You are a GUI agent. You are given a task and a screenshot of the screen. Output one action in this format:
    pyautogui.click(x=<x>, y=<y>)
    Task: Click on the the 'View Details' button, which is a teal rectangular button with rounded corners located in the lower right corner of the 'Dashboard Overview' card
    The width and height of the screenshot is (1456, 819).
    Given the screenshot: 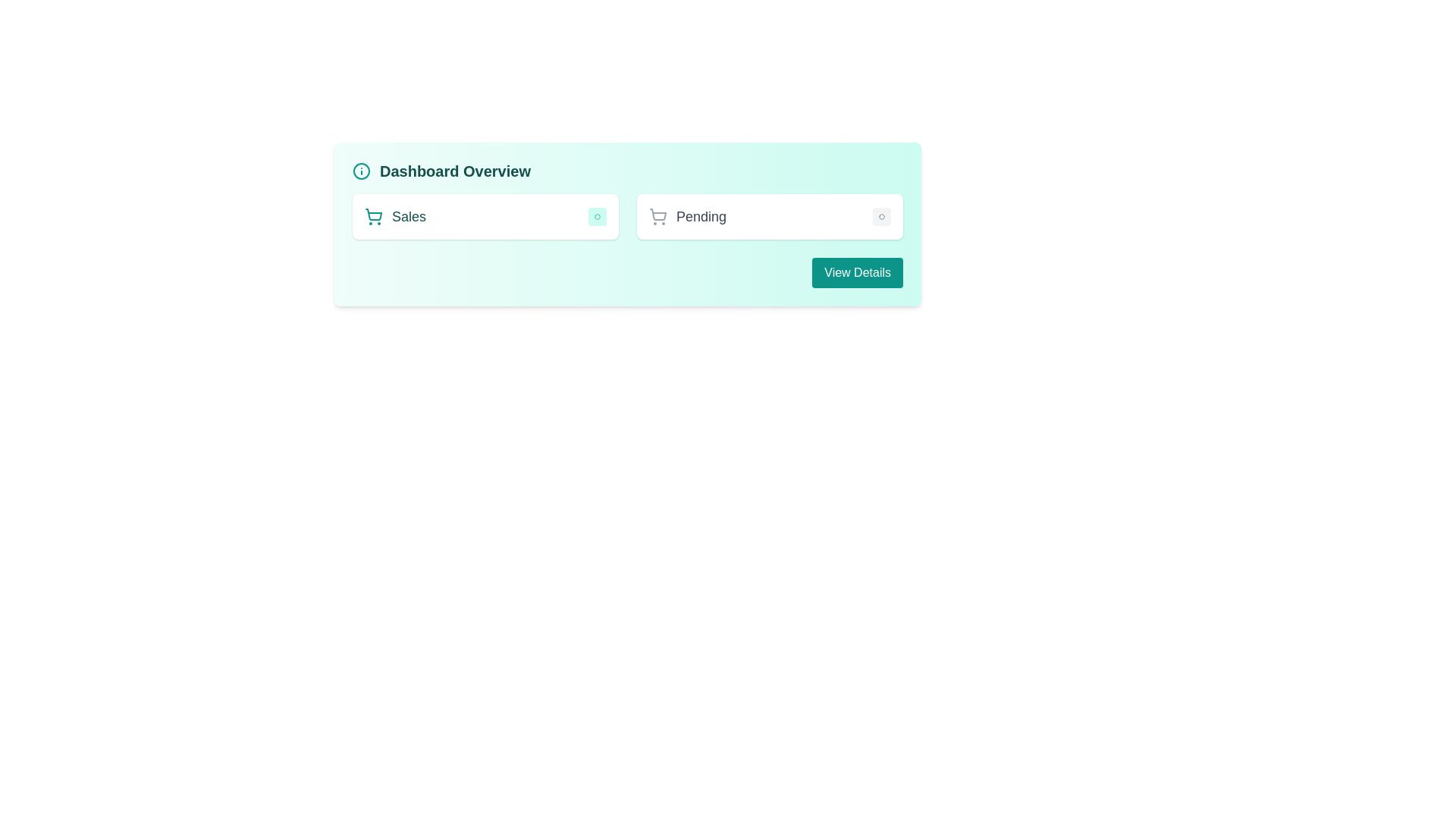 What is the action you would take?
    pyautogui.click(x=858, y=271)
    